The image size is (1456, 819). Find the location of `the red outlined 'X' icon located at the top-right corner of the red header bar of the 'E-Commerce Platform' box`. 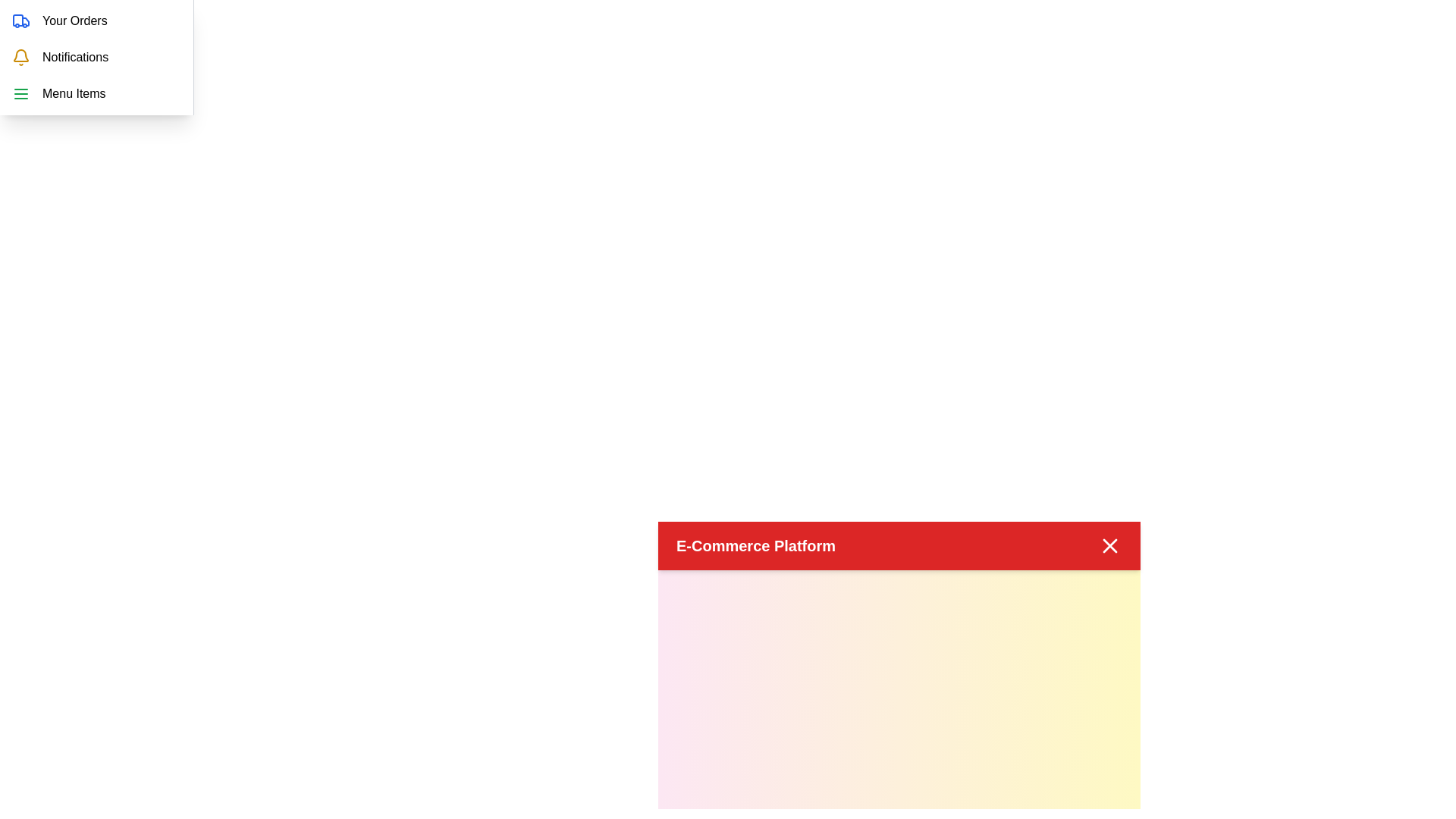

the red outlined 'X' icon located at the top-right corner of the red header bar of the 'E-Commerce Platform' box is located at coordinates (1110, 546).